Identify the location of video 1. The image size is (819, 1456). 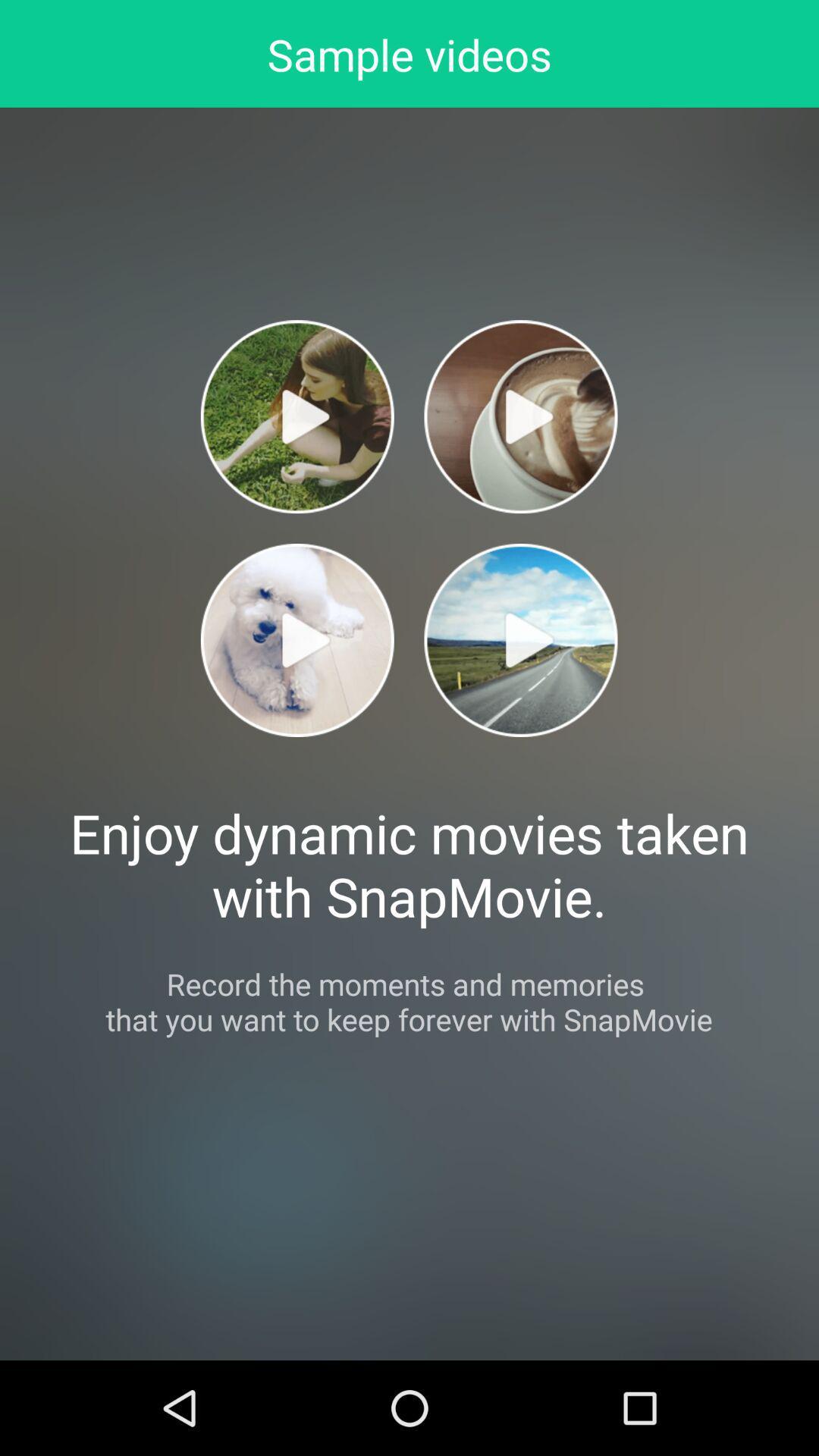
(297, 416).